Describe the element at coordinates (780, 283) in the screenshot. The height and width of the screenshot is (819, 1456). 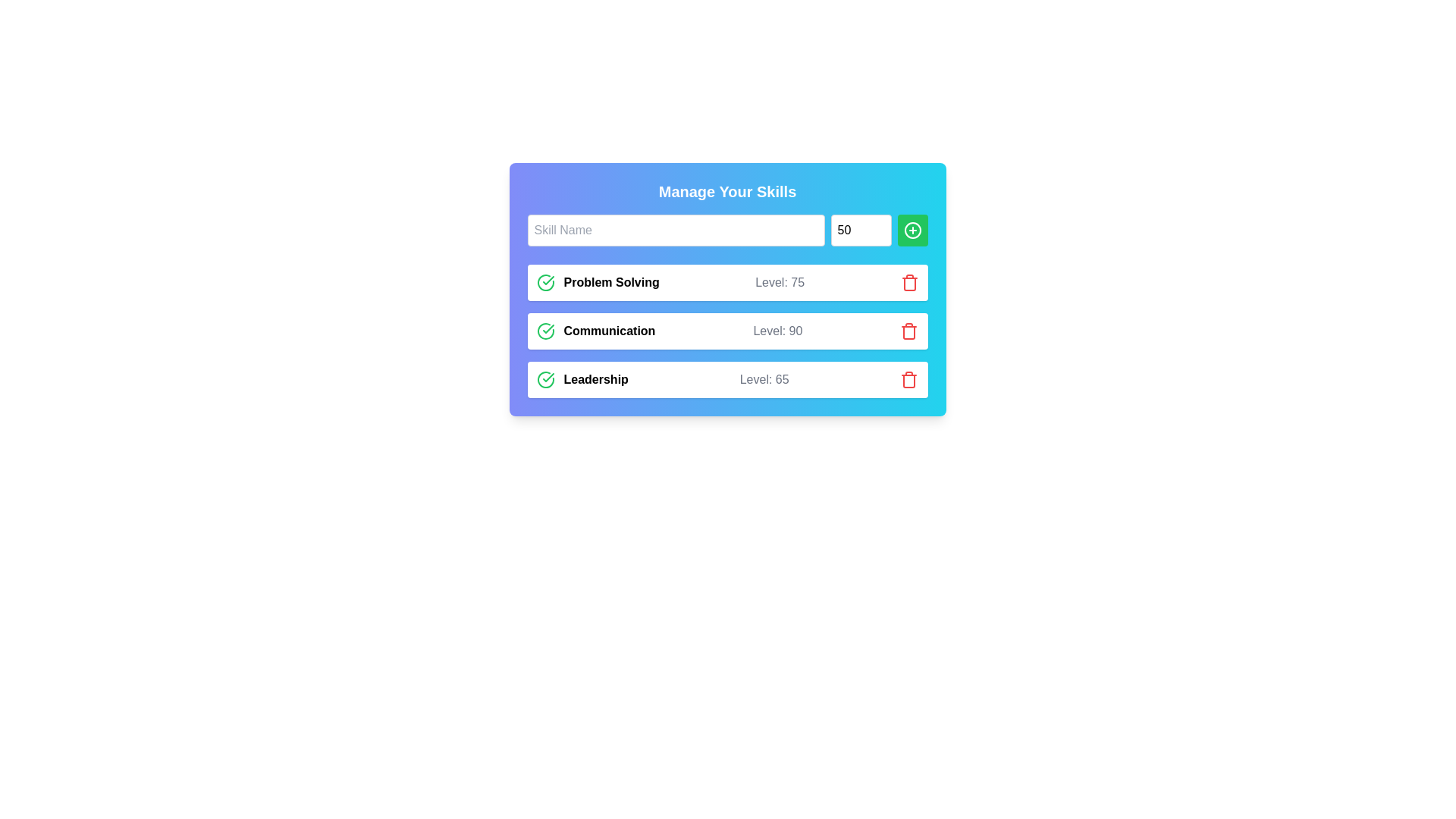
I see `the static text label that displays the skill level '75' for the 'Problem Solving' category, located on the right side of the associated list item` at that location.